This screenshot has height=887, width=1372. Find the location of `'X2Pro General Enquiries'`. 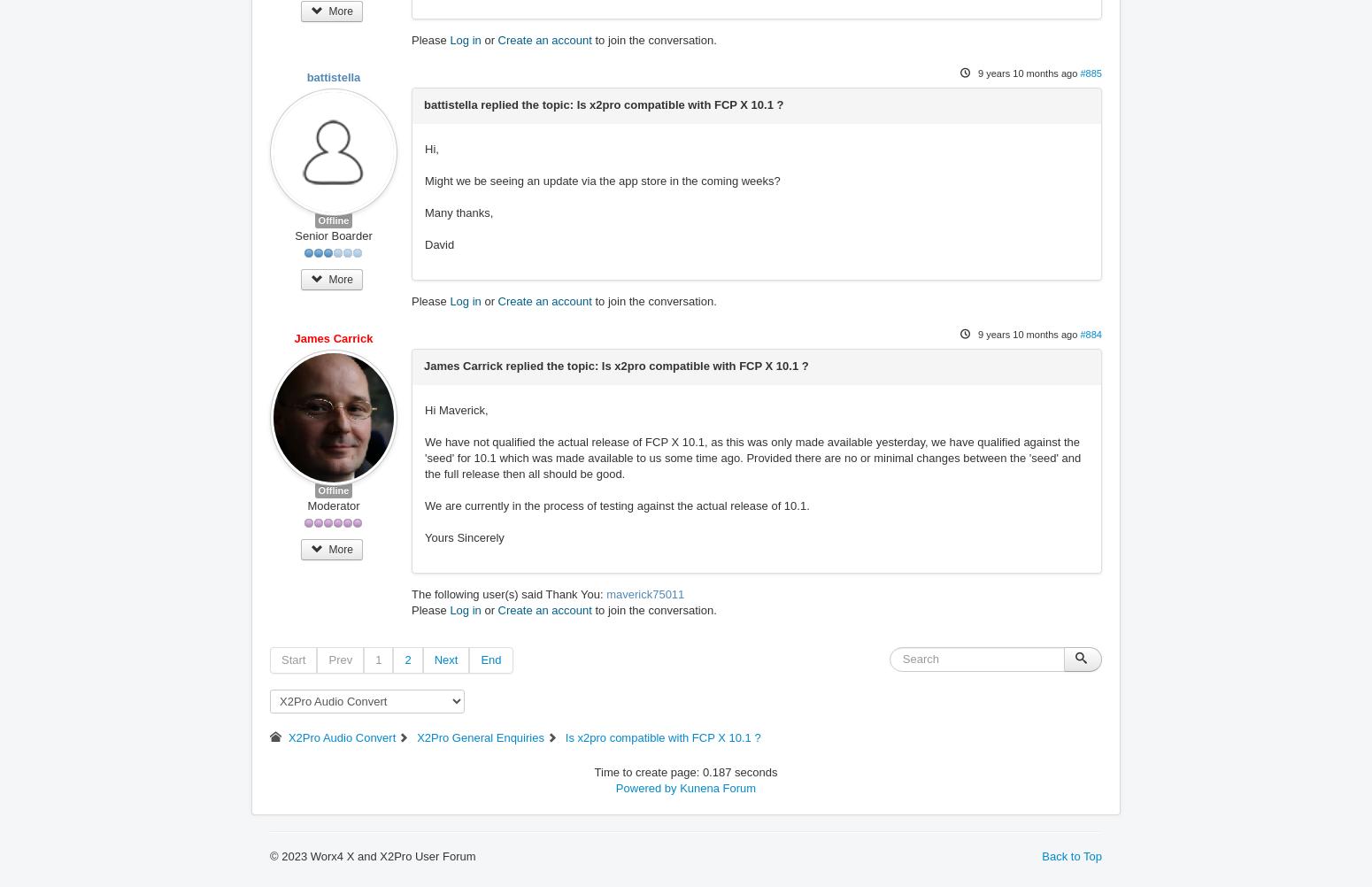

'X2Pro General Enquiries' is located at coordinates (479, 737).